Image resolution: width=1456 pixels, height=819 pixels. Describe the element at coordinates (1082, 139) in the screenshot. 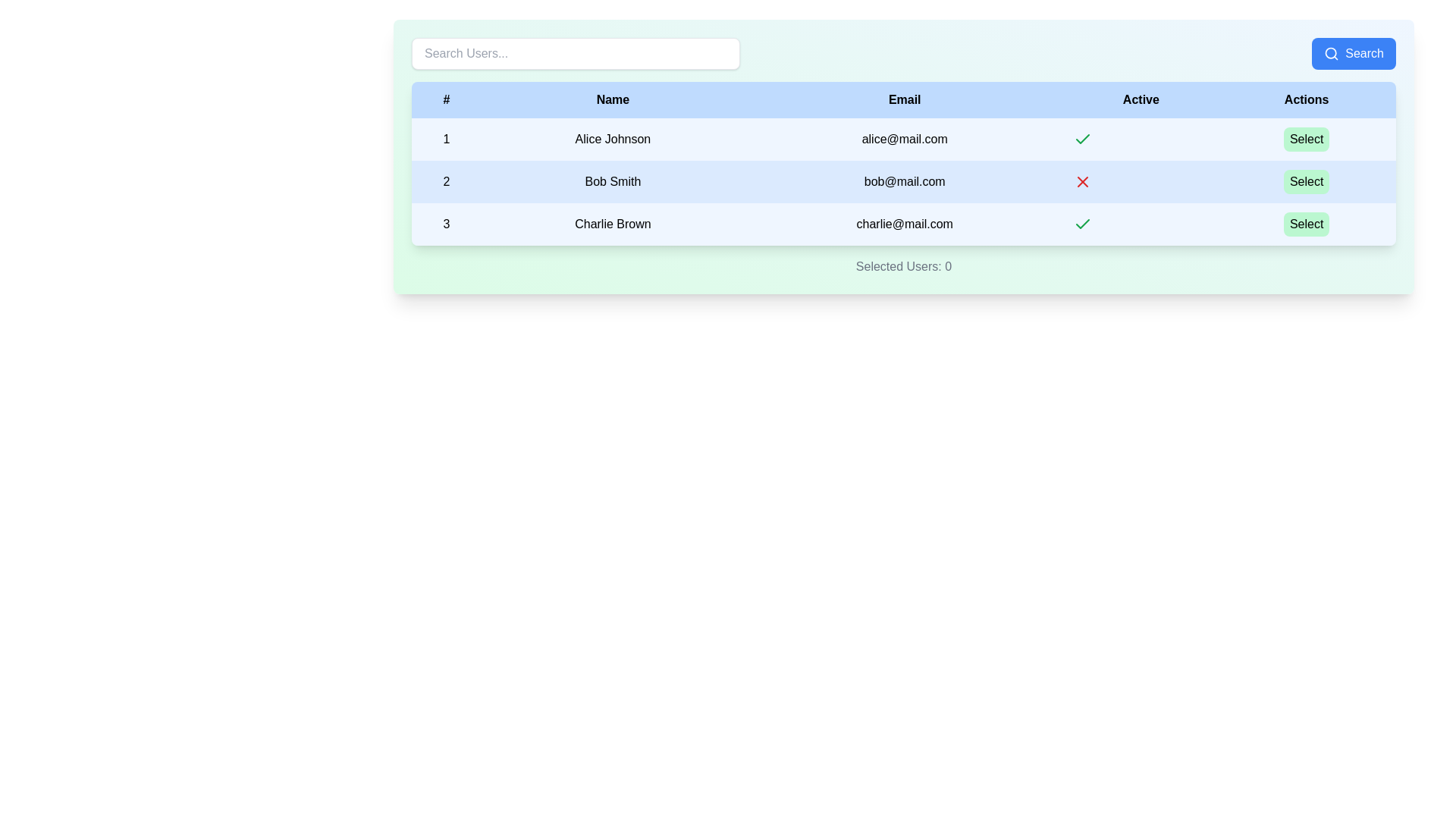

I see `the green check mark icon located in the 'Active' column for the 'Charlie Brown' entry in the user data table` at that location.